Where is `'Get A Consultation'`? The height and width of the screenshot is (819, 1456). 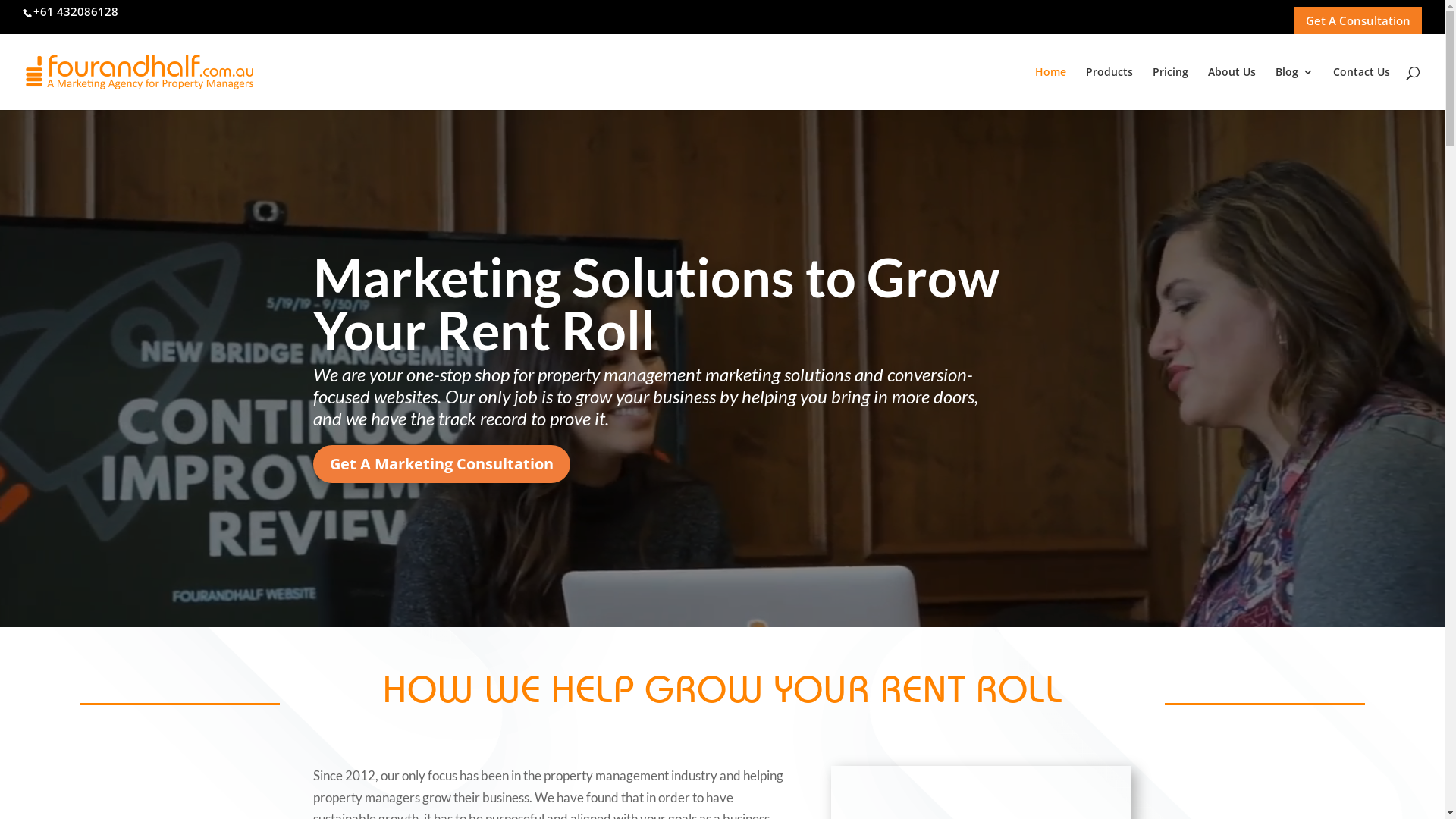 'Get A Consultation' is located at coordinates (1357, 20).